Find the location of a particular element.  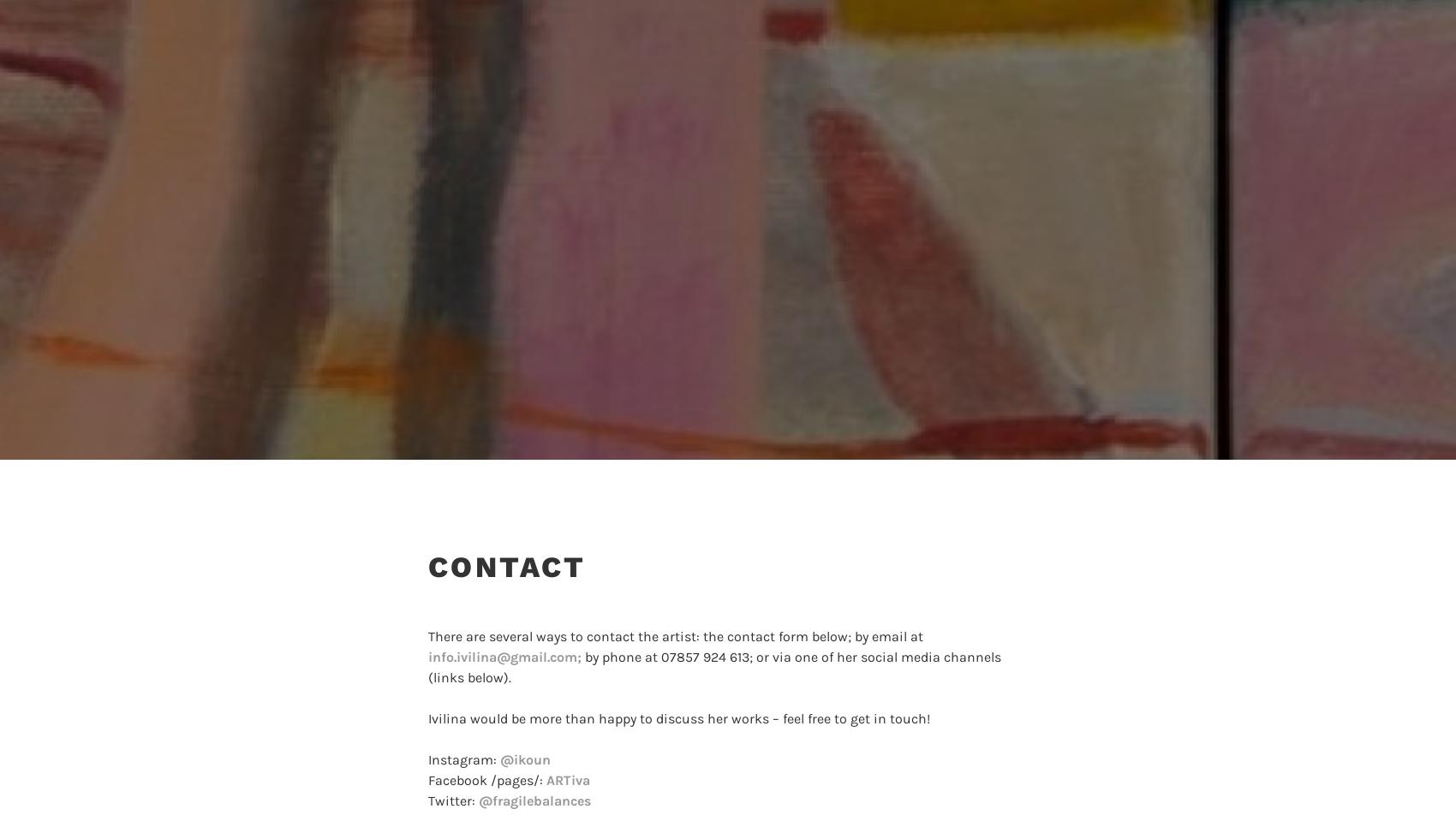

'Facebook /pages/:' is located at coordinates (427, 779).